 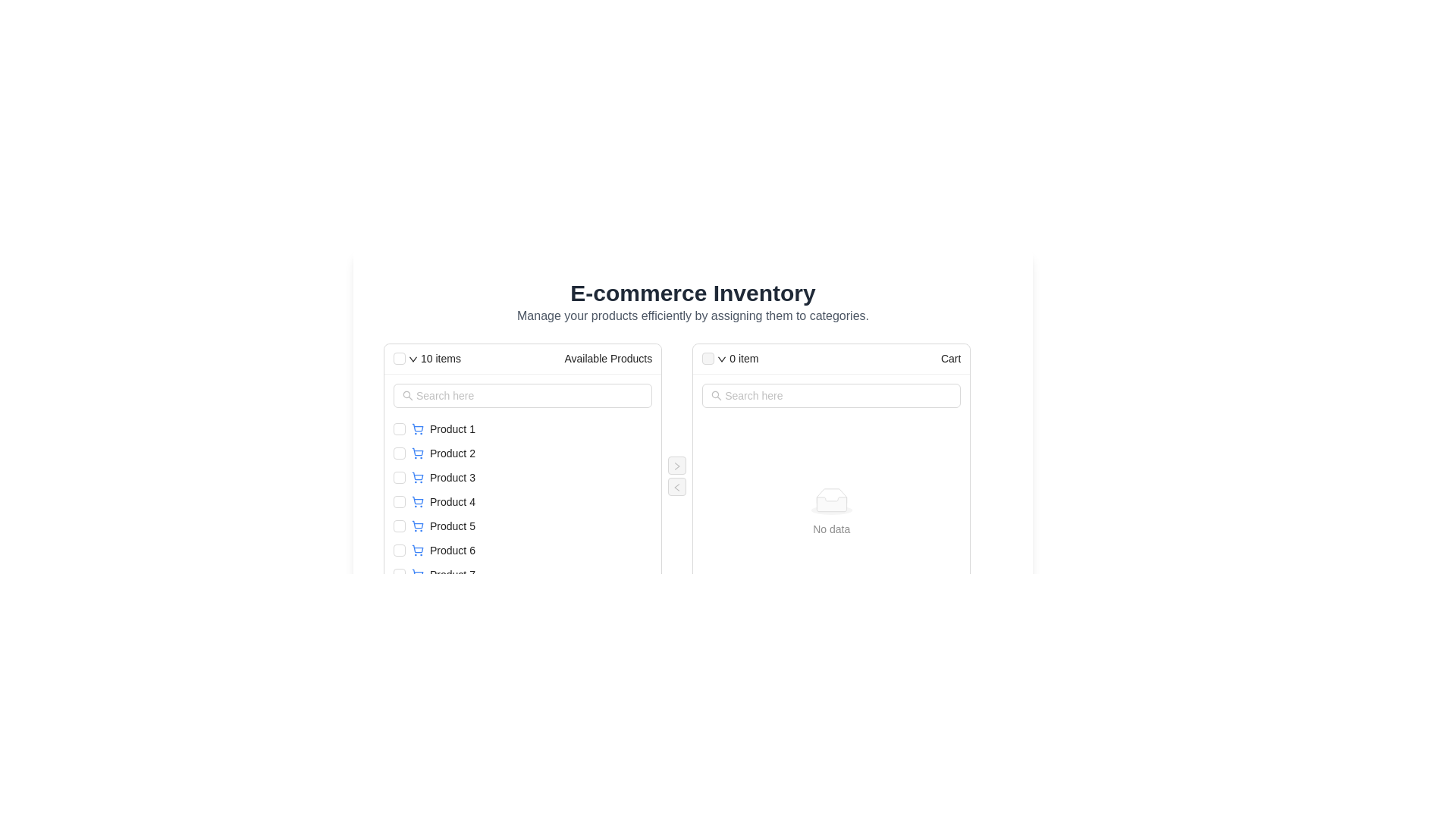 What do you see at coordinates (716, 394) in the screenshot?
I see `the magnifying glass icon, which signifies the search function, located at the far left within the search input field under the 'Cart' column` at bounding box center [716, 394].